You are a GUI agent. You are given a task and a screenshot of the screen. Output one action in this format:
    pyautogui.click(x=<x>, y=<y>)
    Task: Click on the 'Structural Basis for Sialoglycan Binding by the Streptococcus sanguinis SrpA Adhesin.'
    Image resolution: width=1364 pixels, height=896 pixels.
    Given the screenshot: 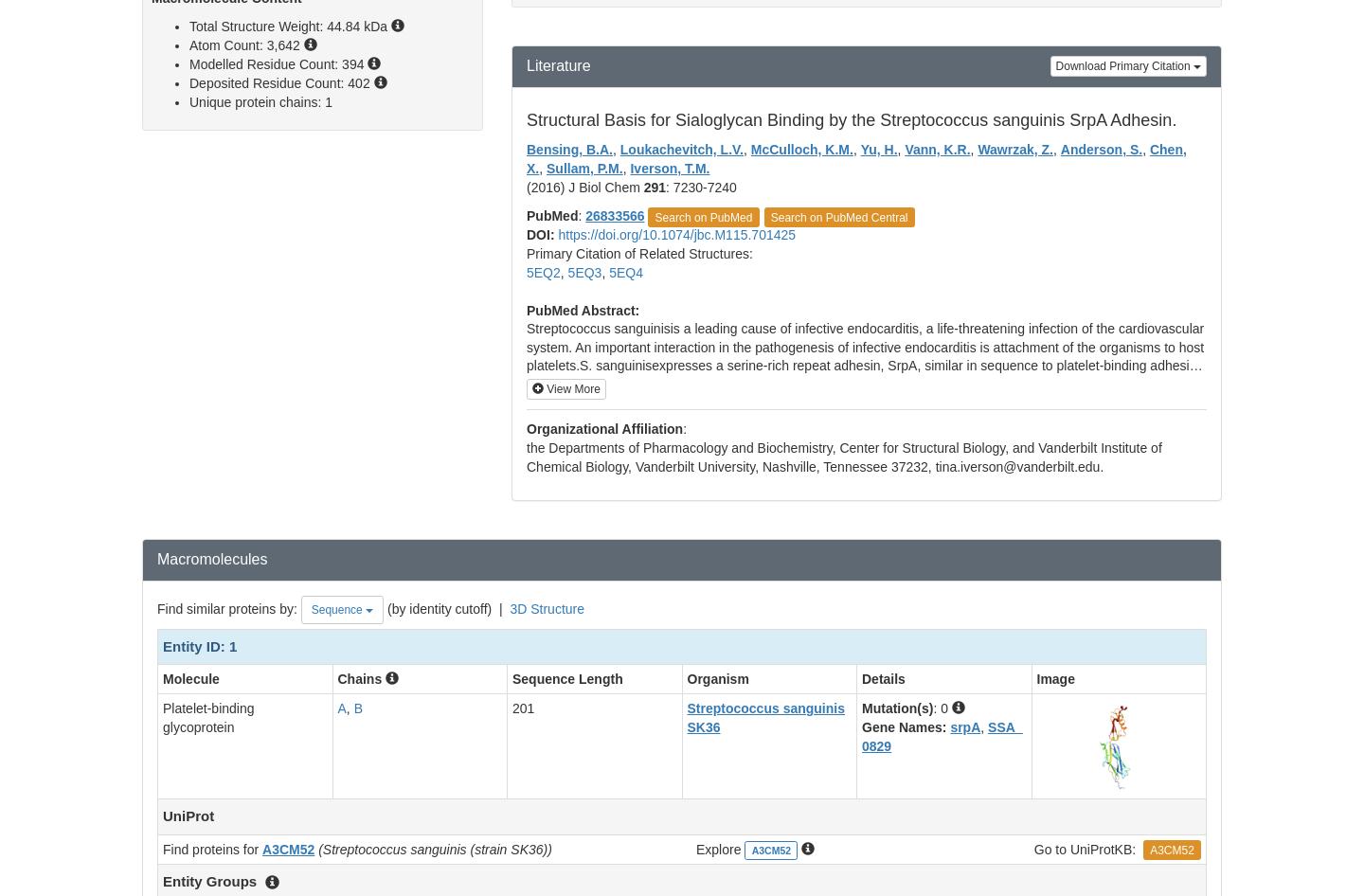 What is the action you would take?
    pyautogui.click(x=850, y=118)
    